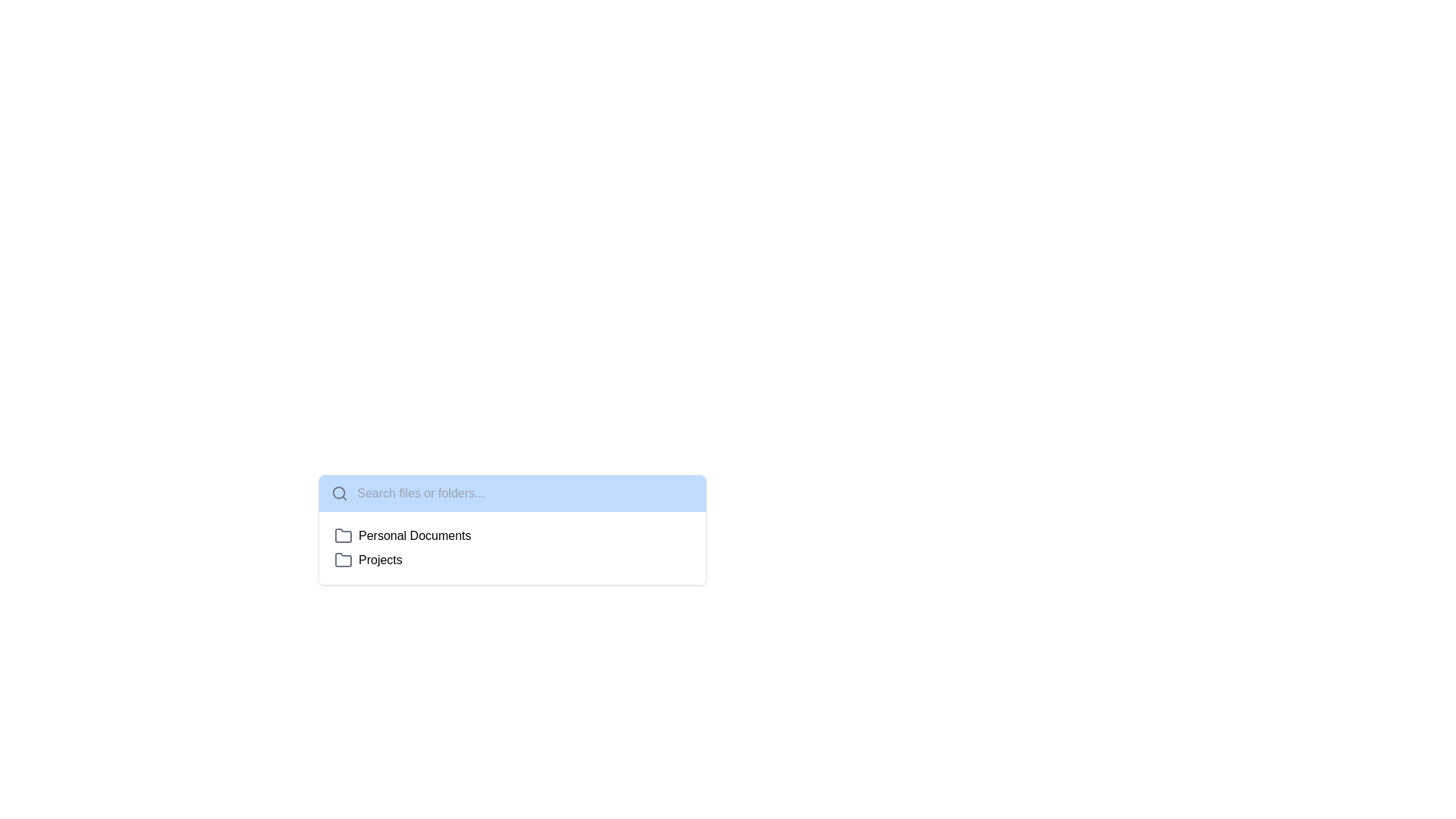 The height and width of the screenshot is (819, 1456). What do you see at coordinates (342, 560) in the screenshot?
I see `the folder icon, which is styled in a minimalist gray design and is the first element in the horizontal group next to the 'Projects' label, located in the second row of the dropdown menu` at bounding box center [342, 560].